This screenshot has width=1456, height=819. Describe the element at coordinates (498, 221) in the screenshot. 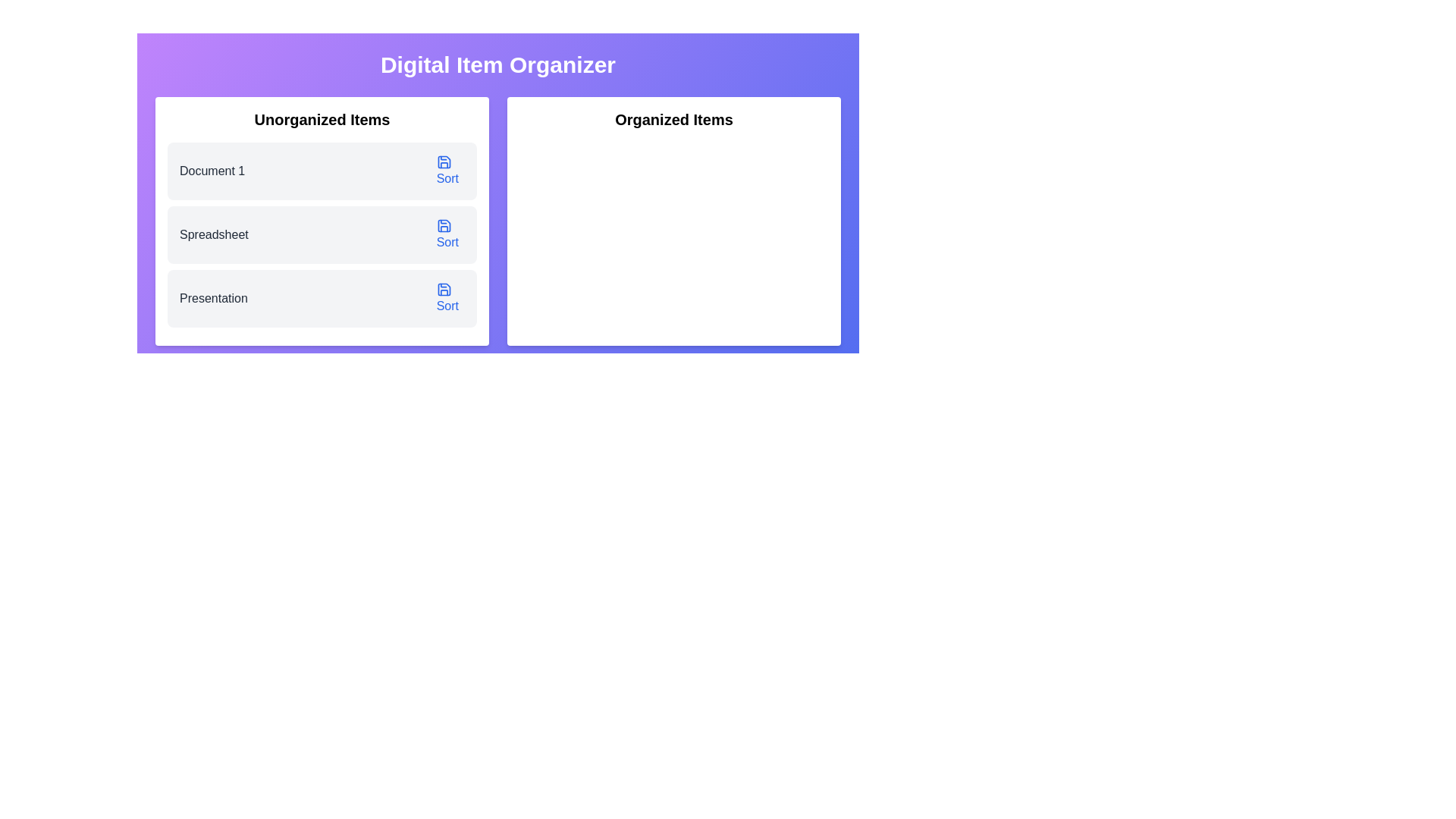

I see `and drop items between the 'Unorganized' and 'Organized' sections of the grid layout` at that location.